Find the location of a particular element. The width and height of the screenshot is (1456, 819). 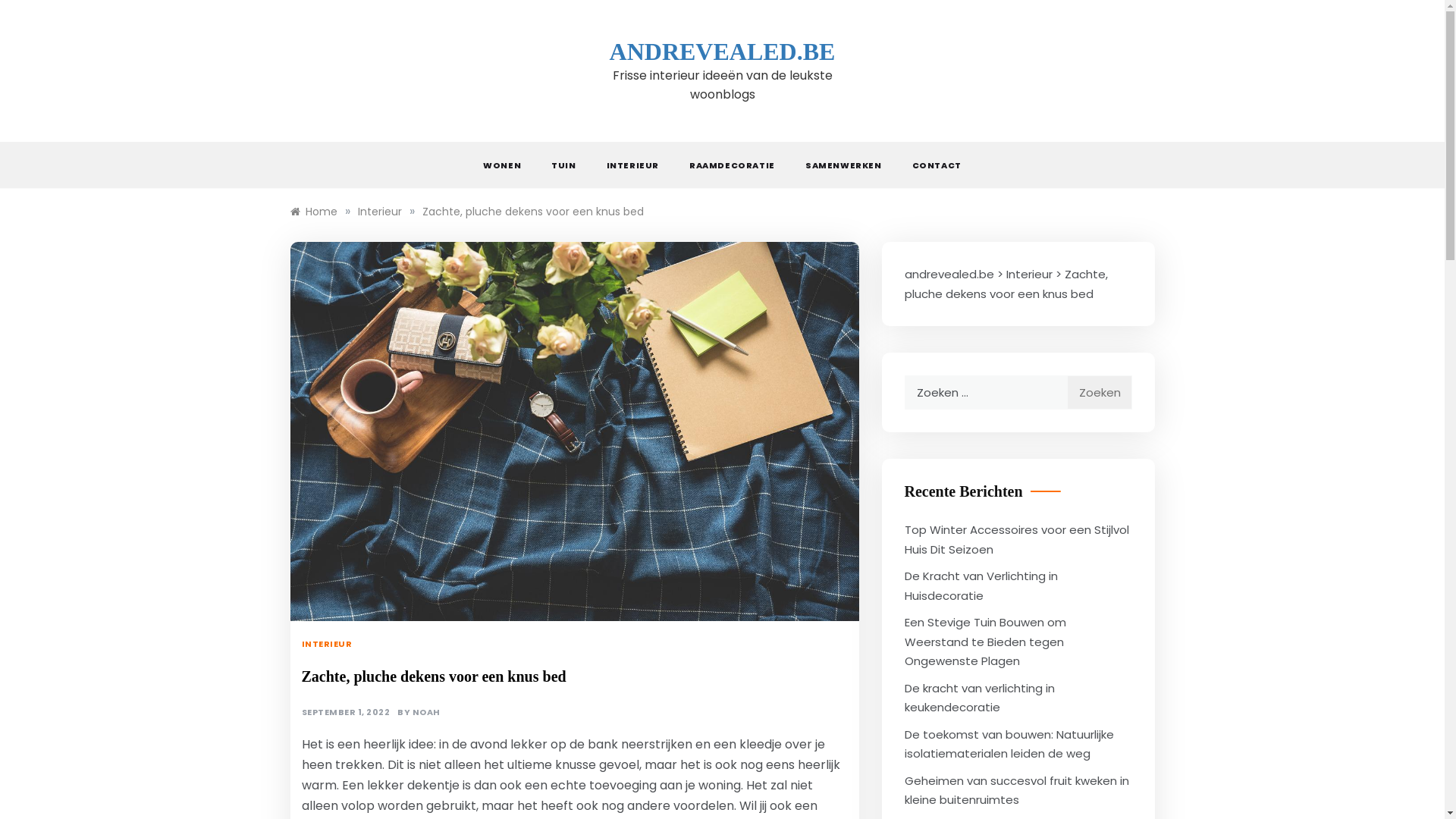

'De kracht van verlichting in keukendecoratie' is located at coordinates (979, 697).